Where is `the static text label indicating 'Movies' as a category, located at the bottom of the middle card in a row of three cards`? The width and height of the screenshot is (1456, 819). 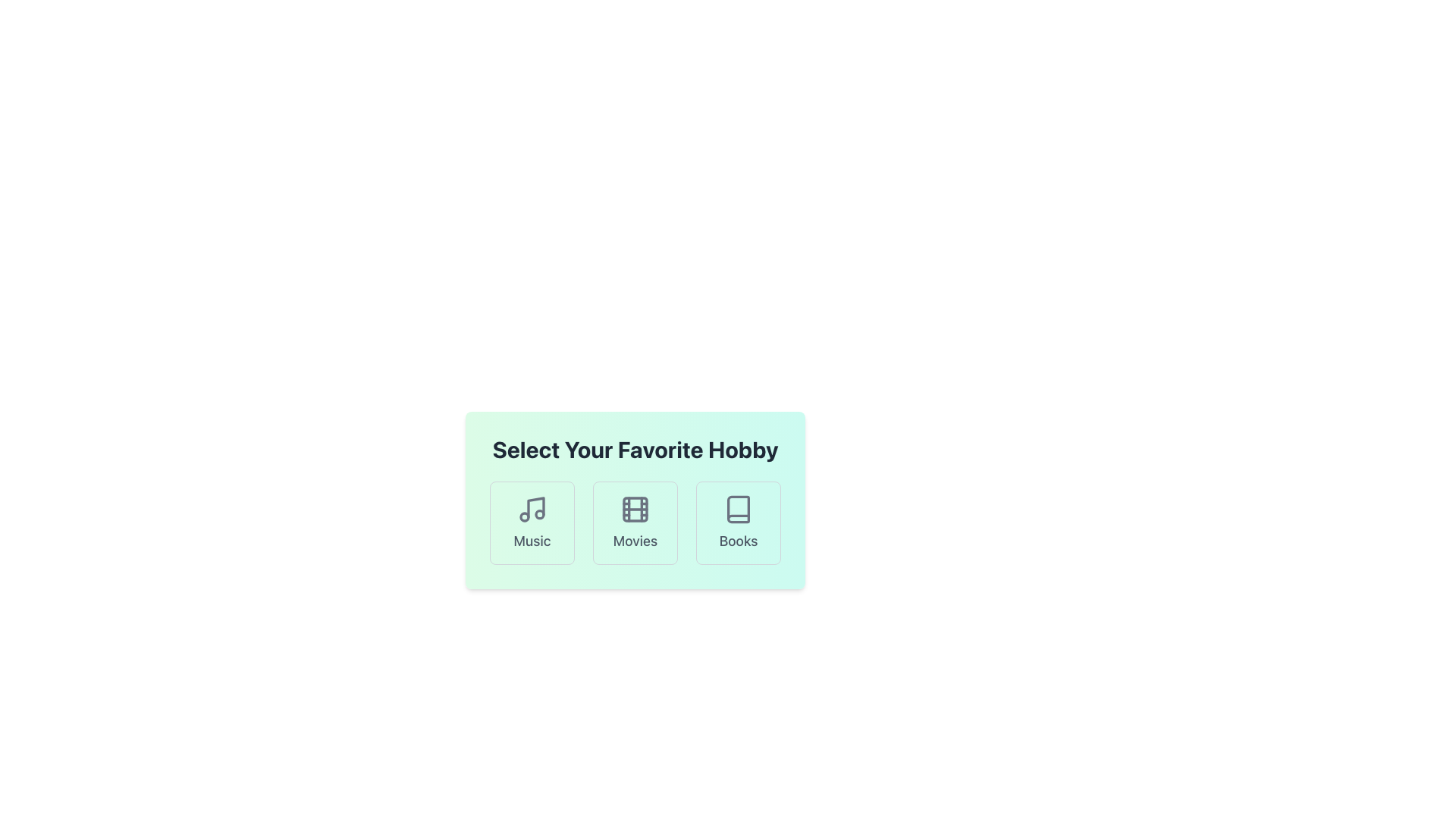
the static text label indicating 'Movies' as a category, located at the bottom of the middle card in a row of three cards is located at coordinates (635, 540).